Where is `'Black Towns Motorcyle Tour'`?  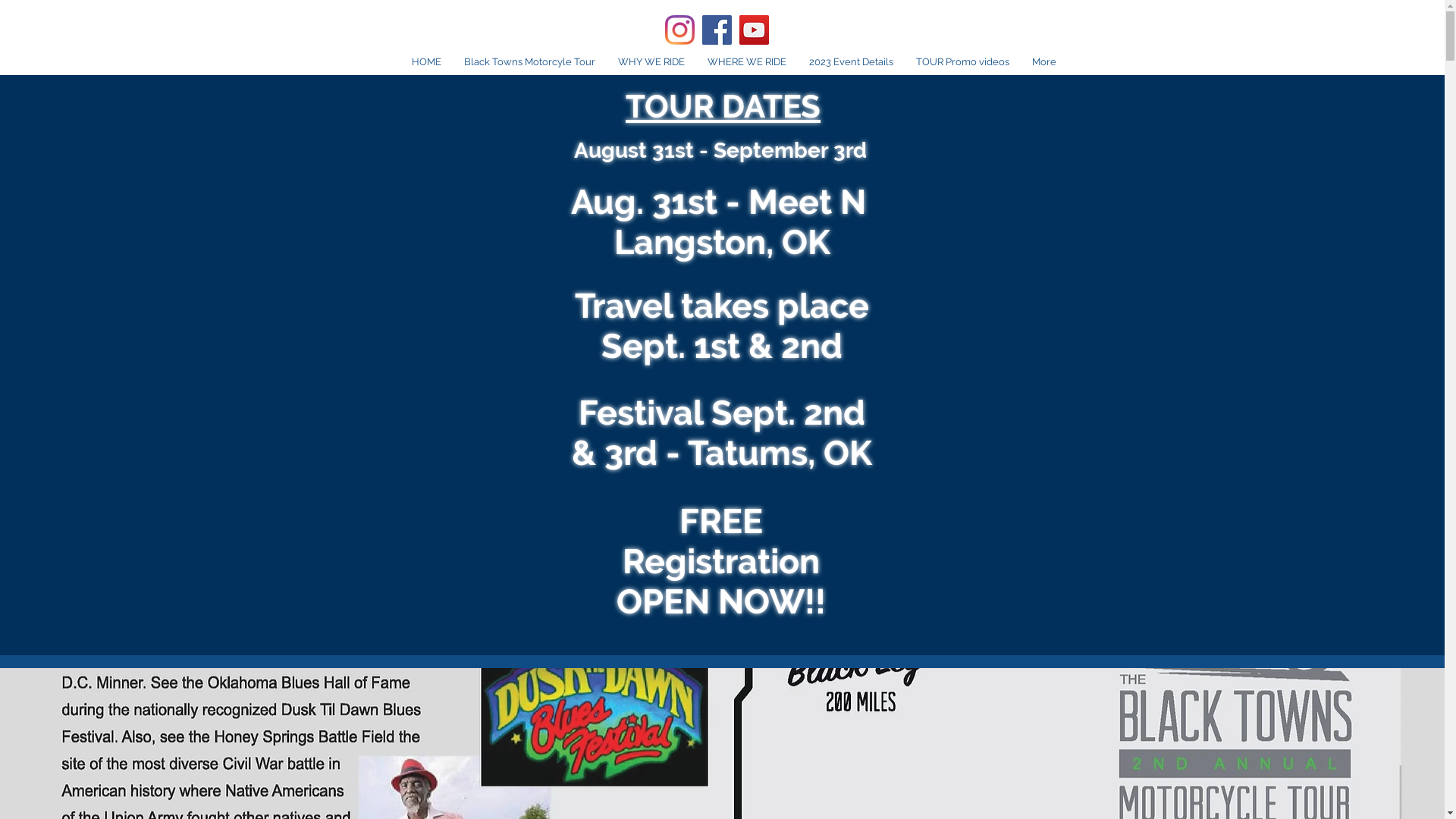
'Black Towns Motorcyle Tour' is located at coordinates (529, 61).